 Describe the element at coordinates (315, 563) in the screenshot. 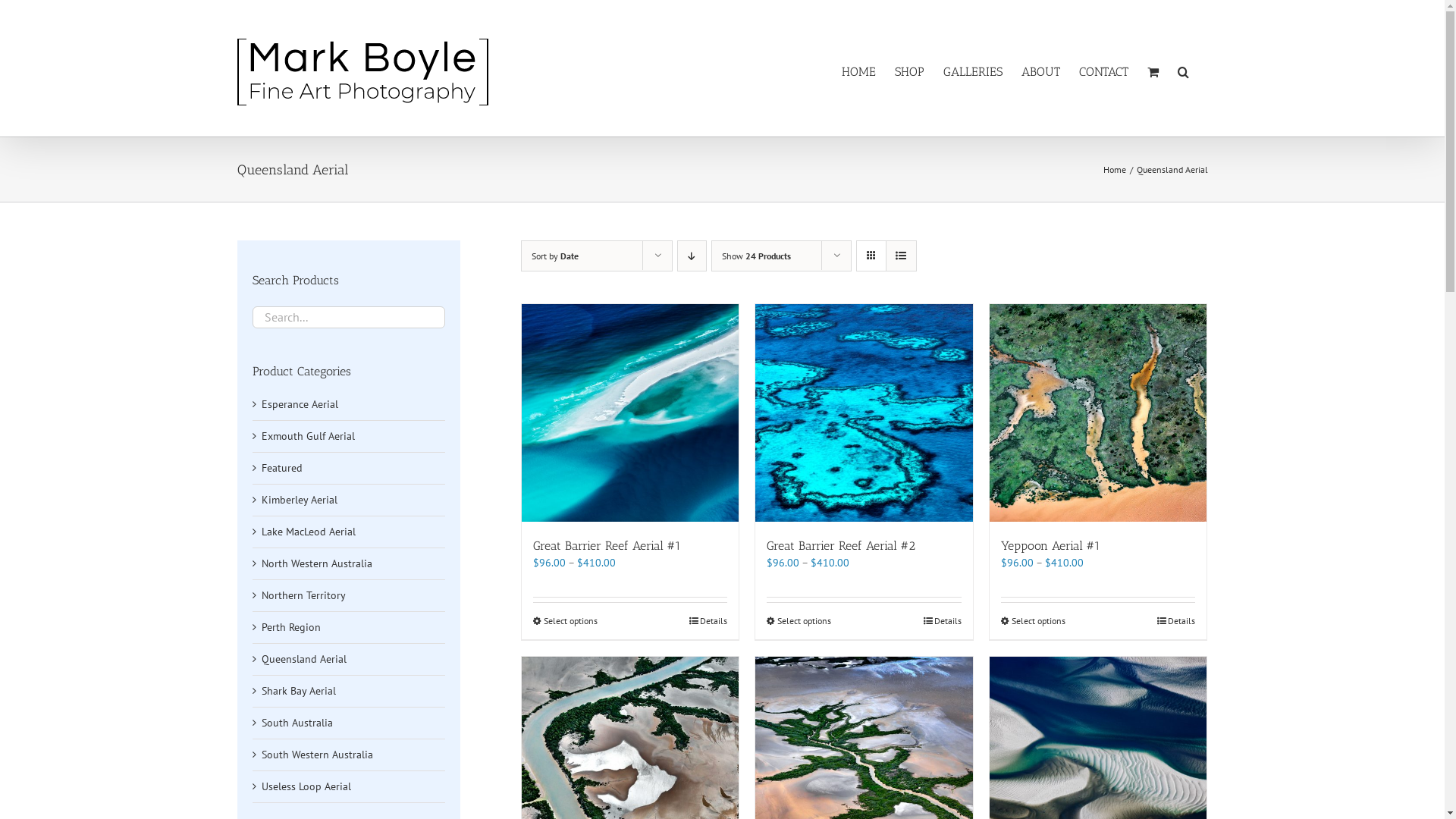

I see `'North Western Australia'` at that location.